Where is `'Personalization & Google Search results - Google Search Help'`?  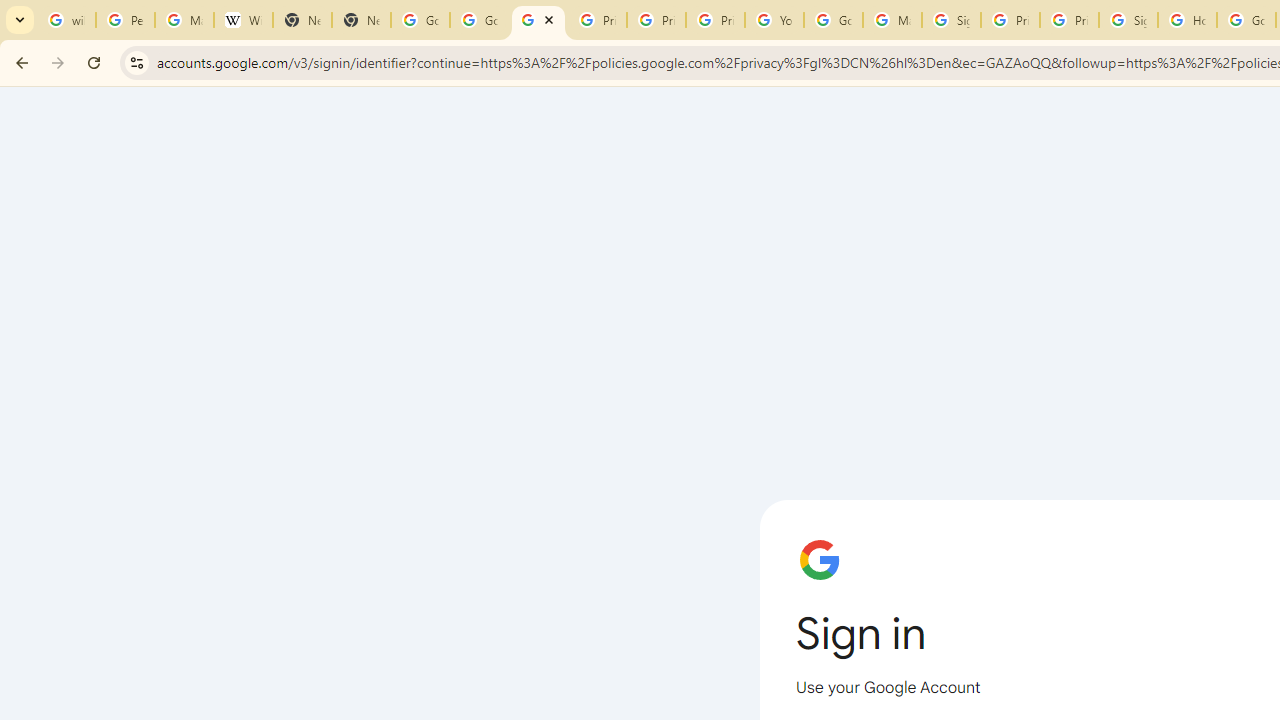 'Personalization & Google Search results - Google Search Help' is located at coordinates (124, 20).